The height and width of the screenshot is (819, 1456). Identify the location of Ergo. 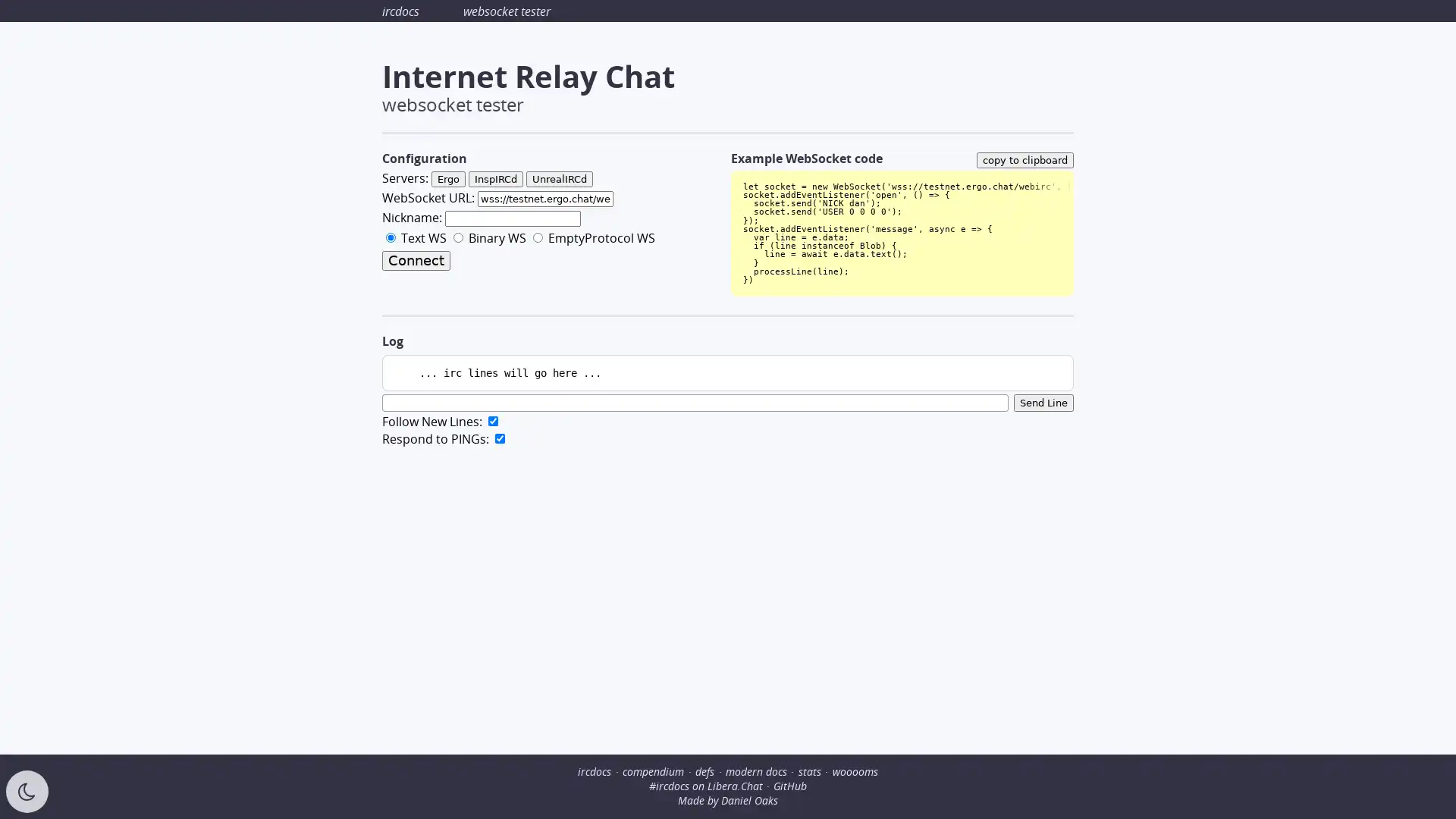
(447, 178).